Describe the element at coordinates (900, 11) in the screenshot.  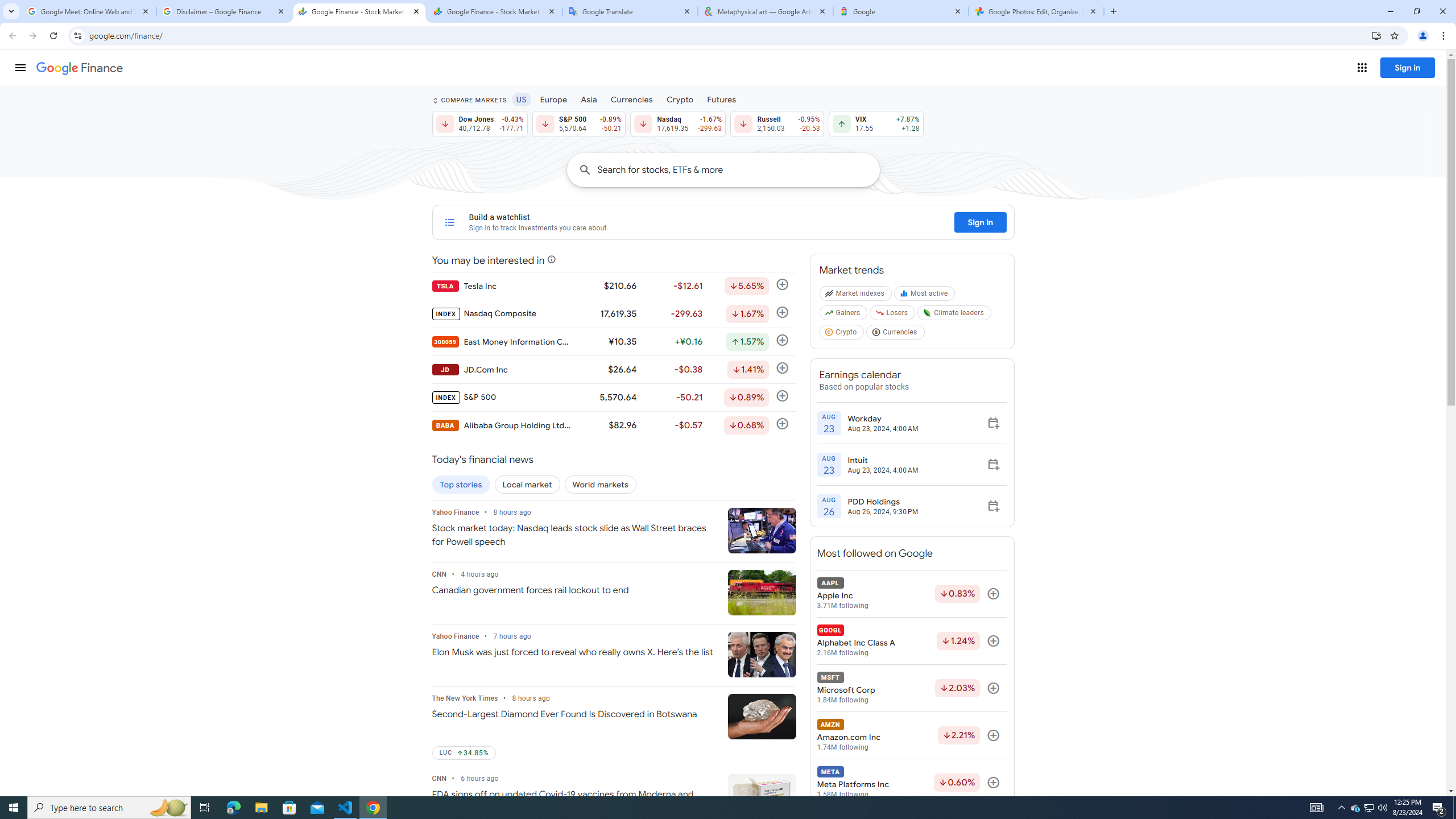
I see `'Google'` at that location.